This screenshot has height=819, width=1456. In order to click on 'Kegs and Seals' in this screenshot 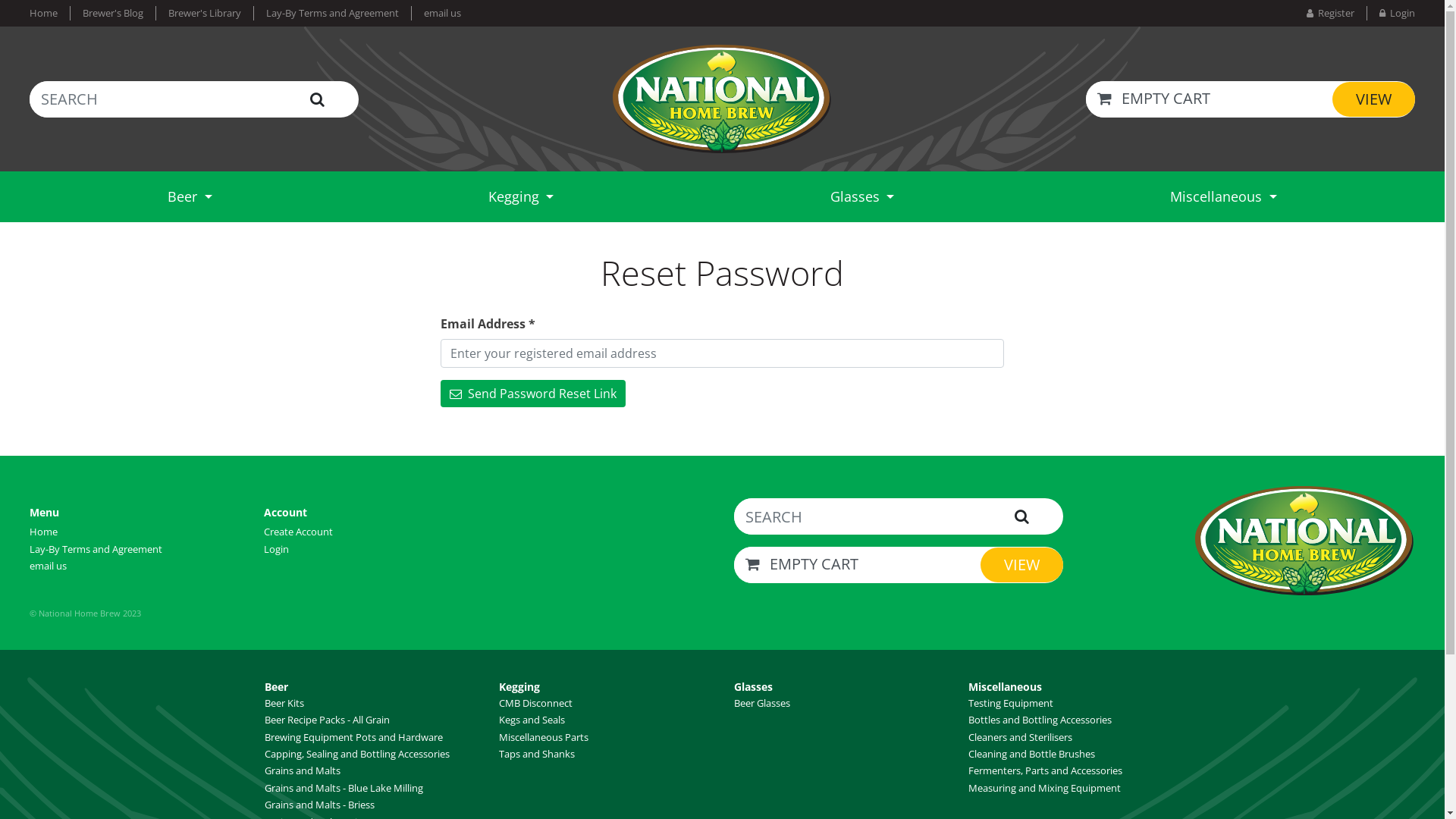, I will do `click(532, 718)`.